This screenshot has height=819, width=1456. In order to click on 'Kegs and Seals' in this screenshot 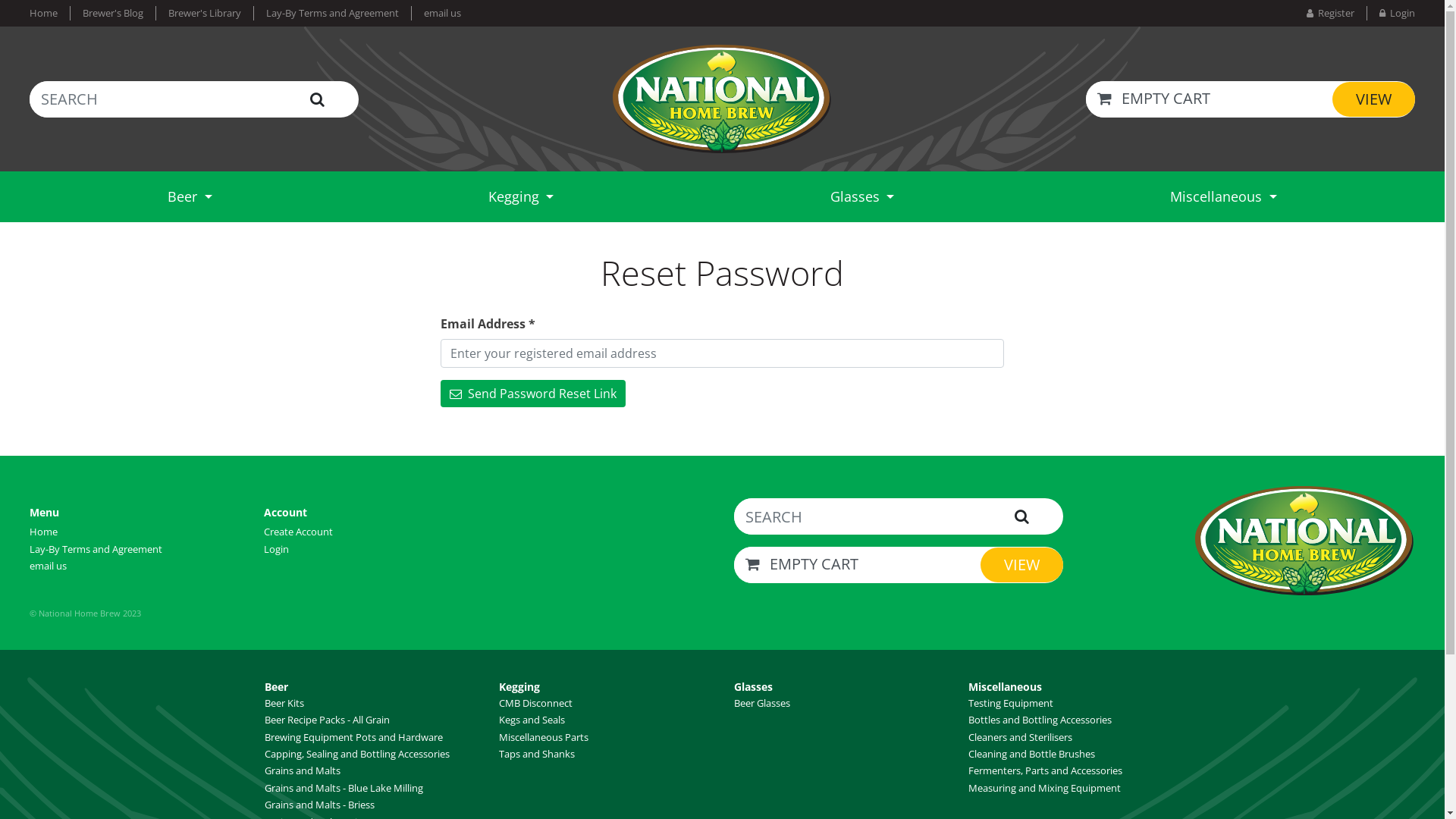, I will do `click(532, 718)`.